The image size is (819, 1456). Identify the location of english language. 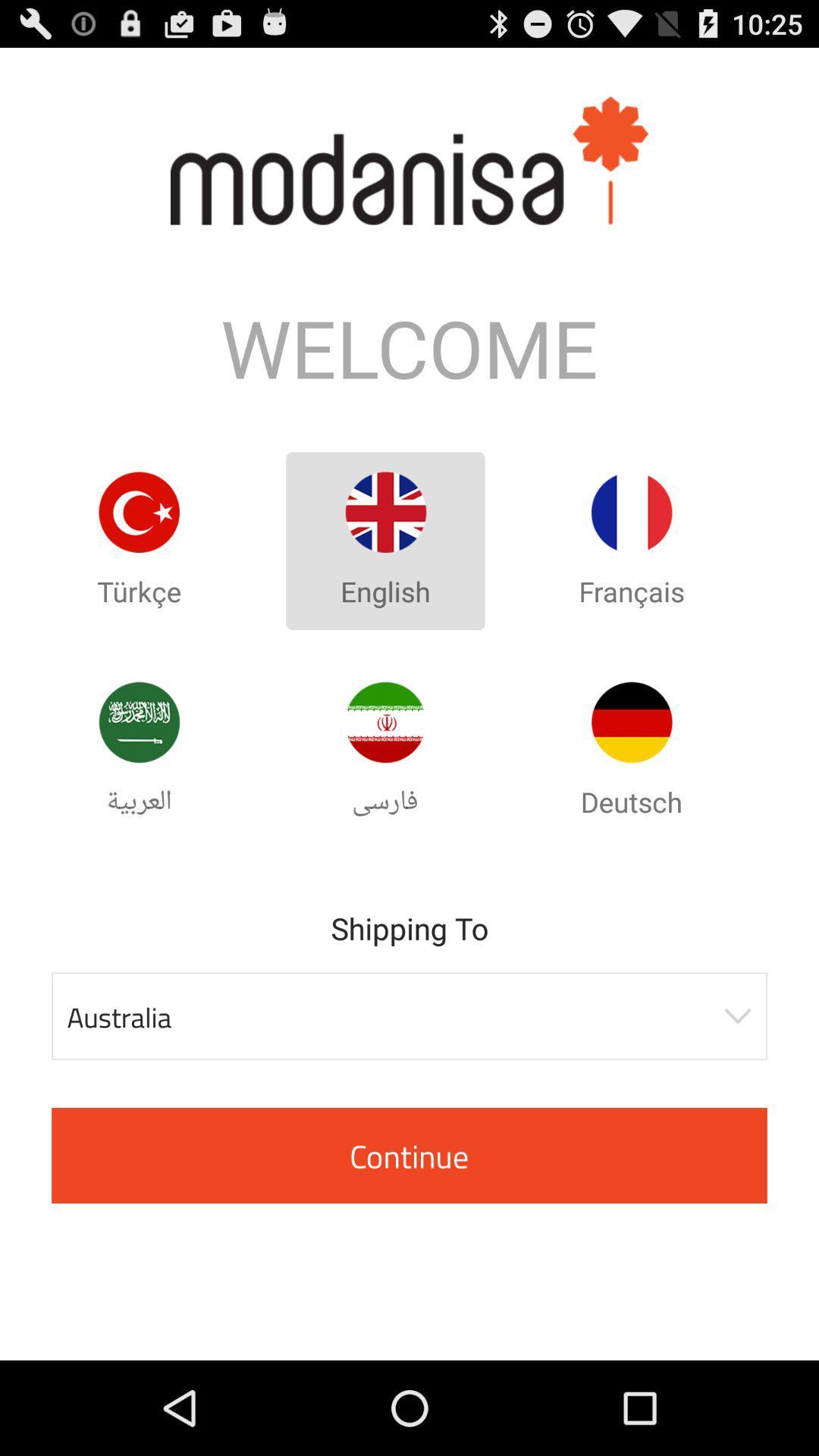
(384, 512).